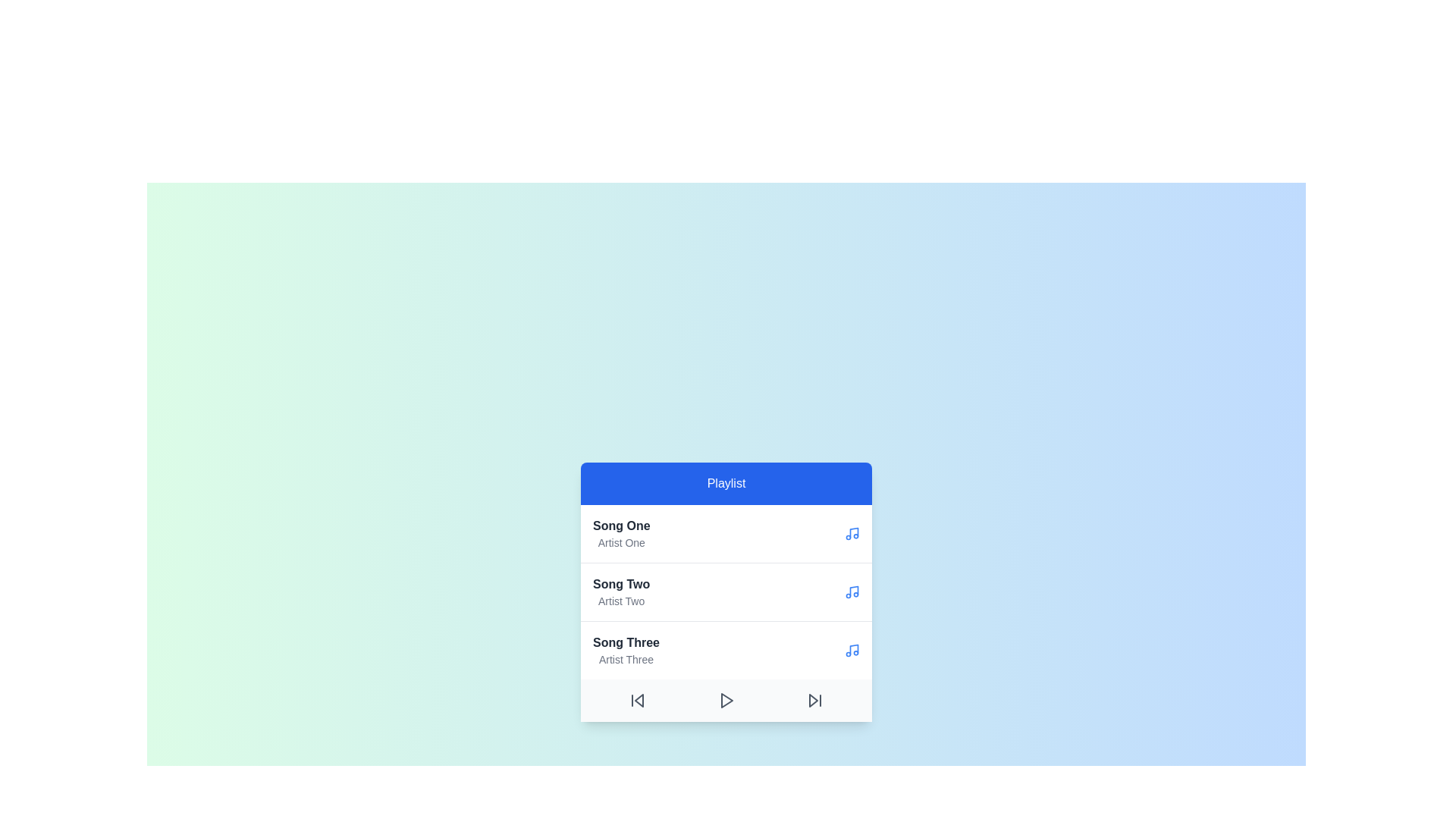 Image resolution: width=1456 pixels, height=819 pixels. I want to click on the song item corresponding to Song Three, so click(626, 649).